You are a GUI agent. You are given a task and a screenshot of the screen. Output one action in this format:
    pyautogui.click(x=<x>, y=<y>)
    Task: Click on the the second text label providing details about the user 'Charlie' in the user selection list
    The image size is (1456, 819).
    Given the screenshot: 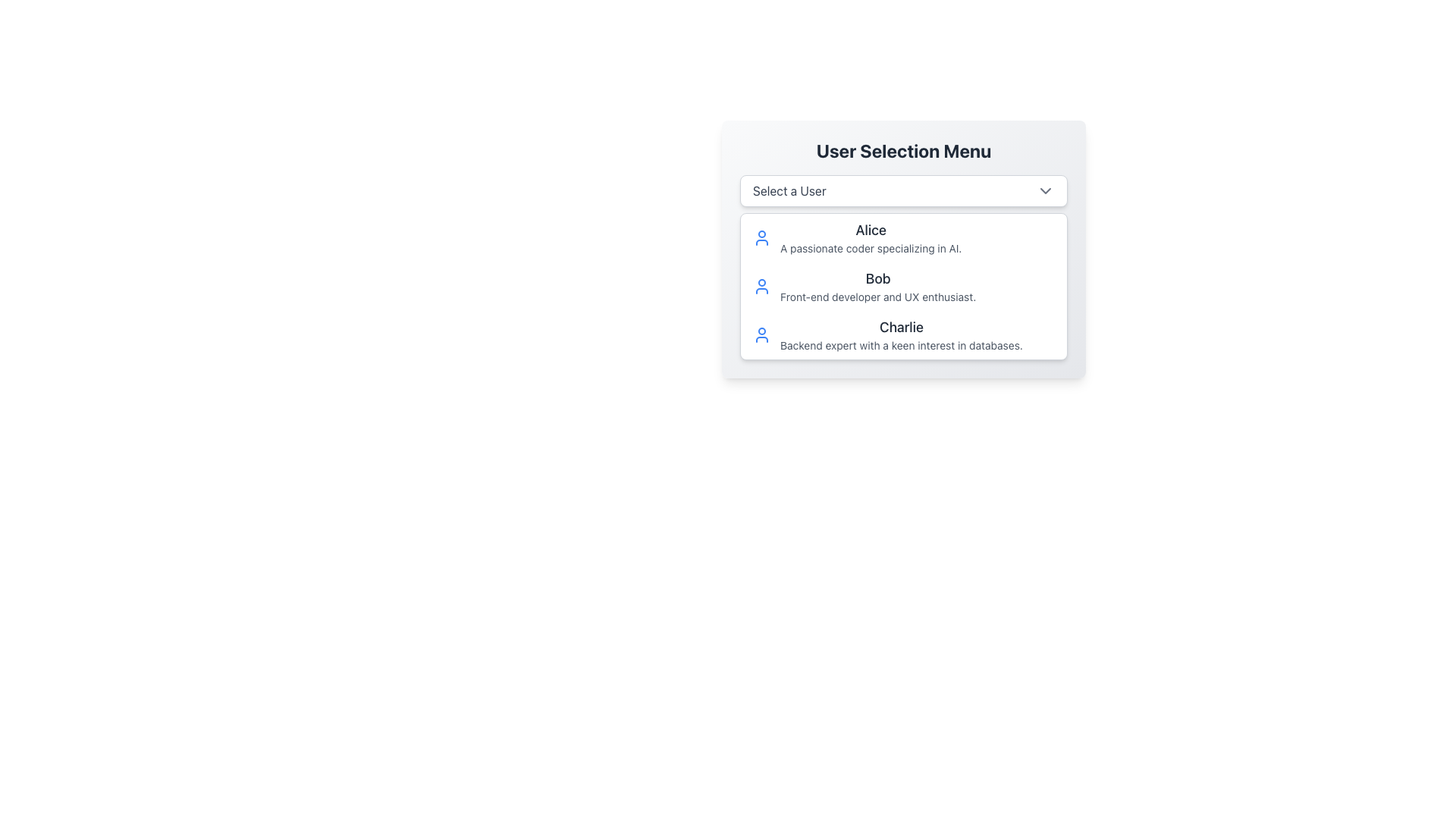 What is the action you would take?
    pyautogui.click(x=901, y=345)
    